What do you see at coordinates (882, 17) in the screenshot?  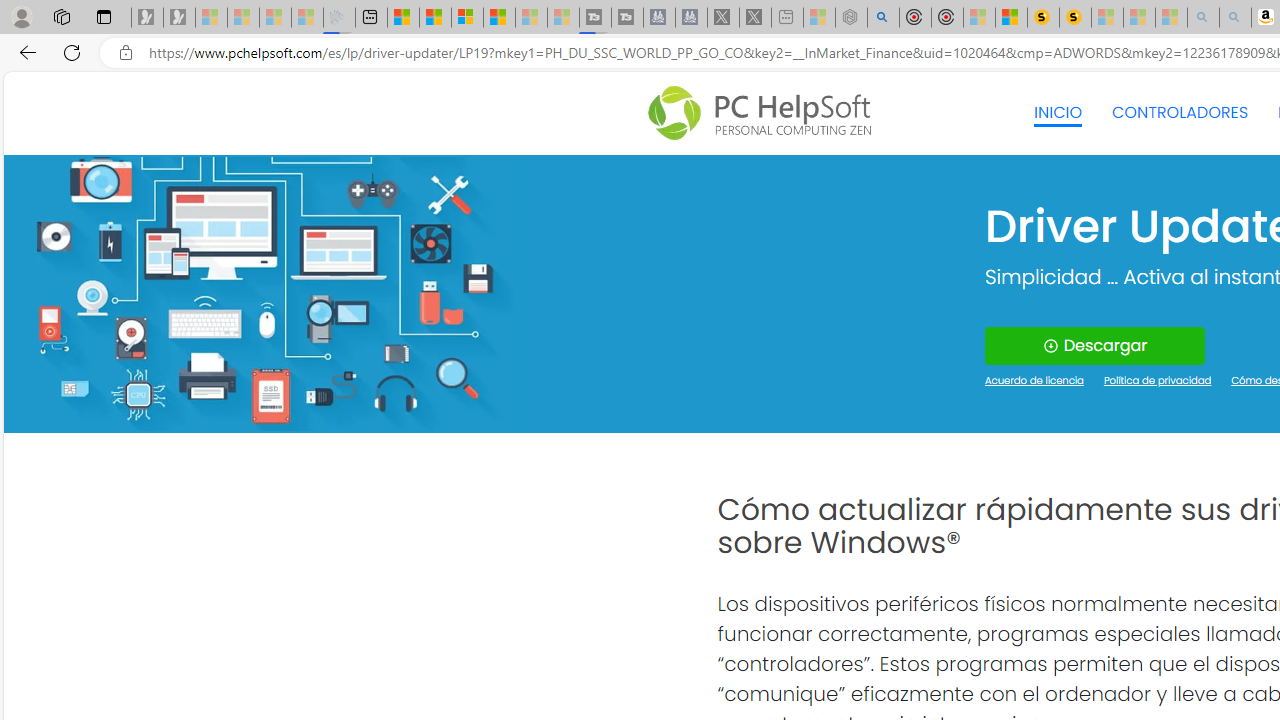 I see `'poe - Search'` at bounding box center [882, 17].